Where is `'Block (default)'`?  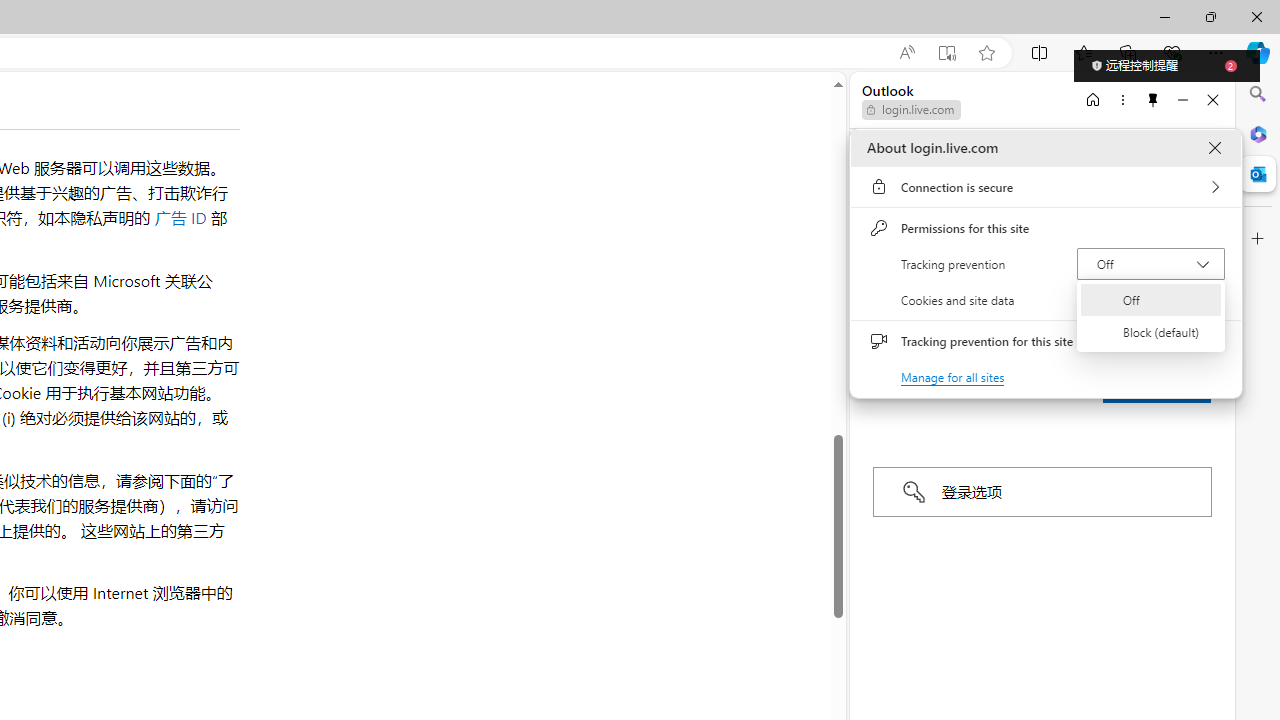
'Block (default)' is located at coordinates (1151, 330).